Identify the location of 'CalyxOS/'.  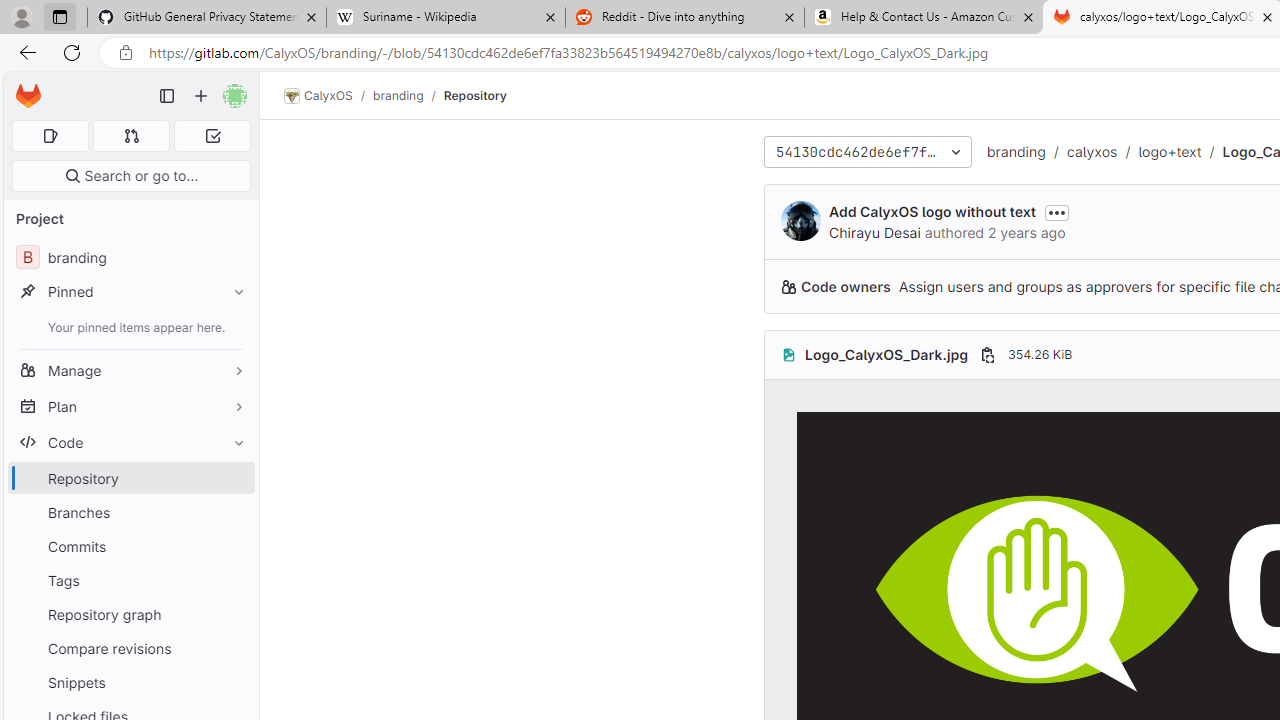
(328, 96).